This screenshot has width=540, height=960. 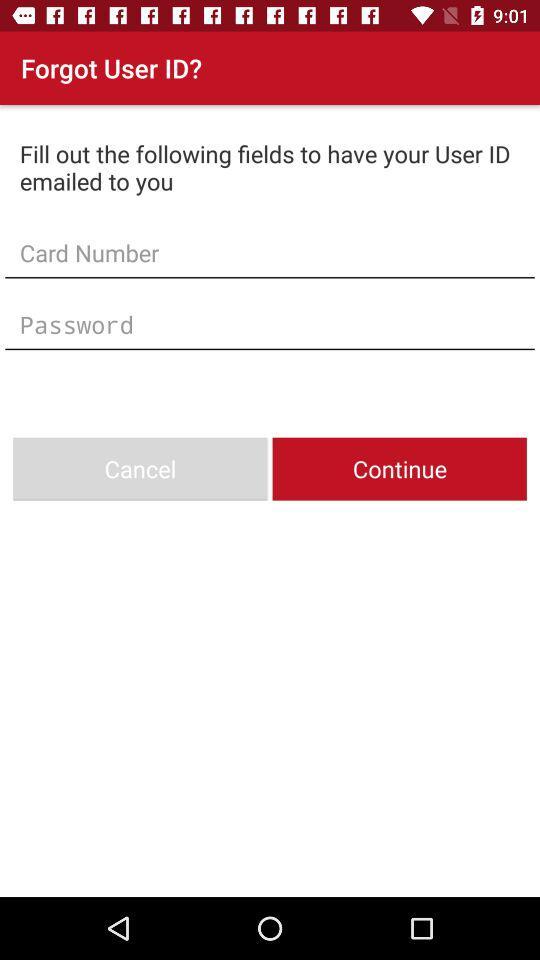 I want to click on cancel on the left, so click(x=139, y=469).